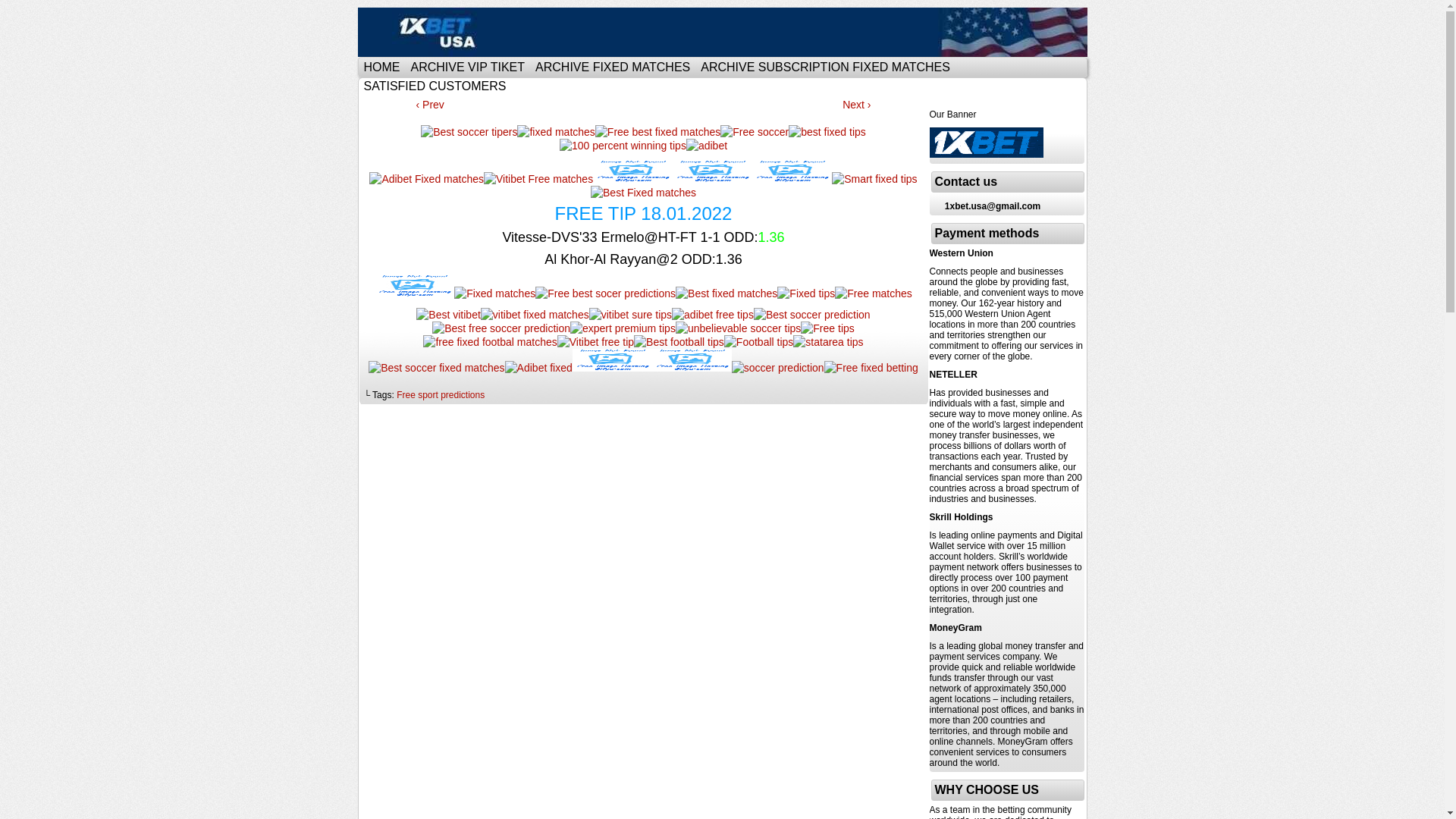  What do you see at coordinates (705, 146) in the screenshot?
I see `'adibet'` at bounding box center [705, 146].